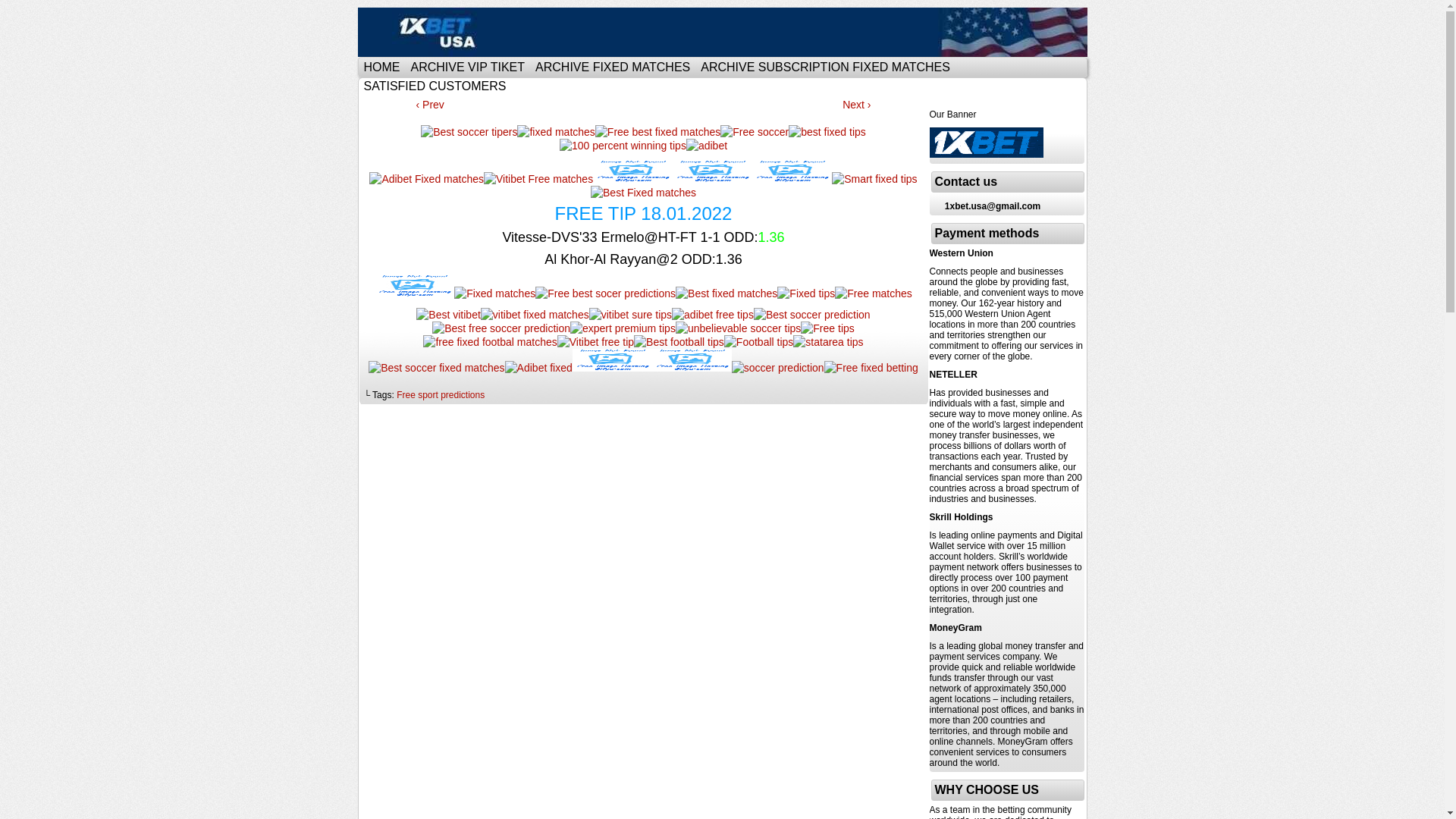  What do you see at coordinates (705, 146) in the screenshot?
I see `'adibet'` at bounding box center [705, 146].